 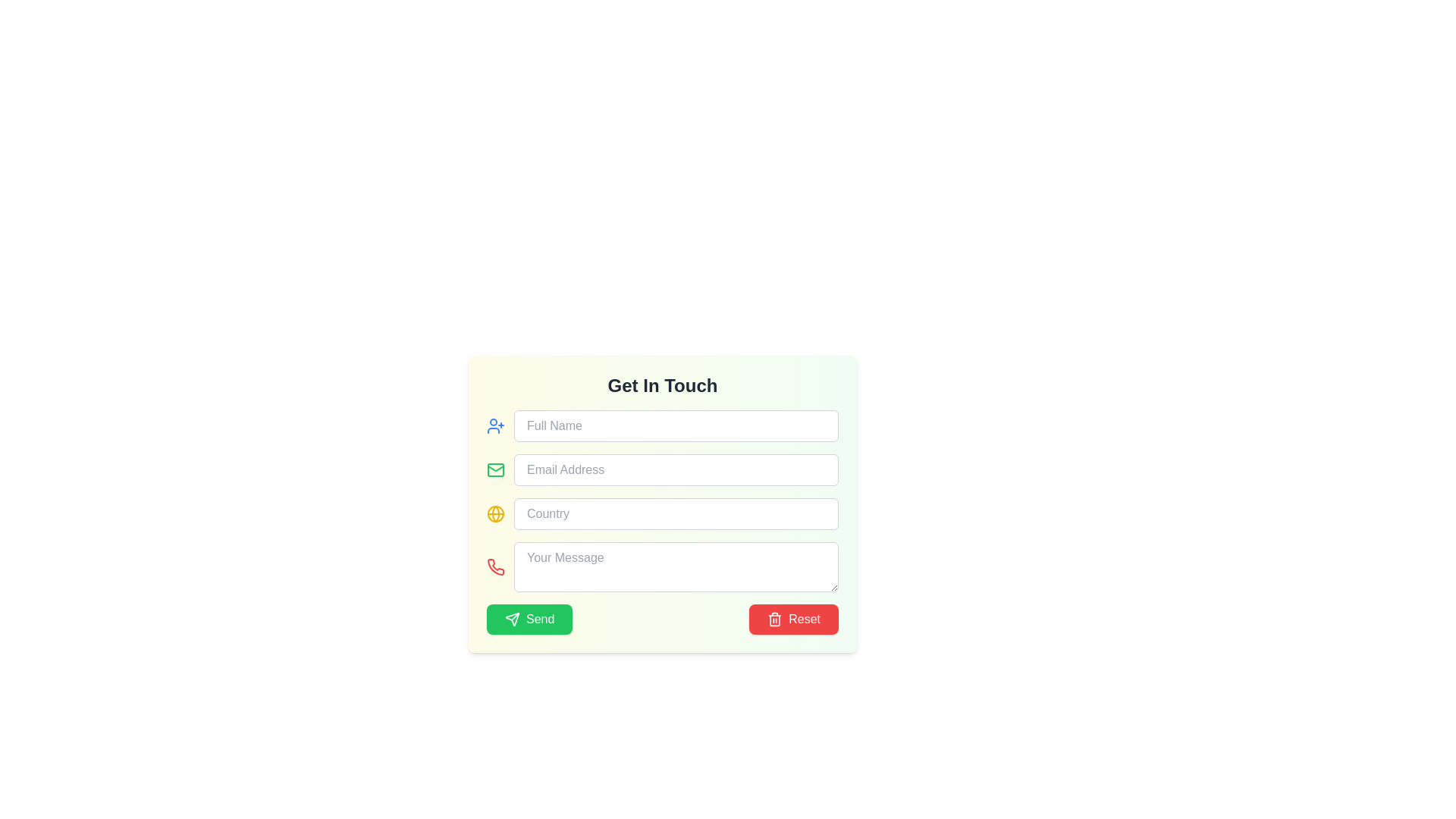 What do you see at coordinates (495, 469) in the screenshot?
I see `the green envelope icon that represents email or messages, positioned to the left of the 'Email Address' input field` at bounding box center [495, 469].